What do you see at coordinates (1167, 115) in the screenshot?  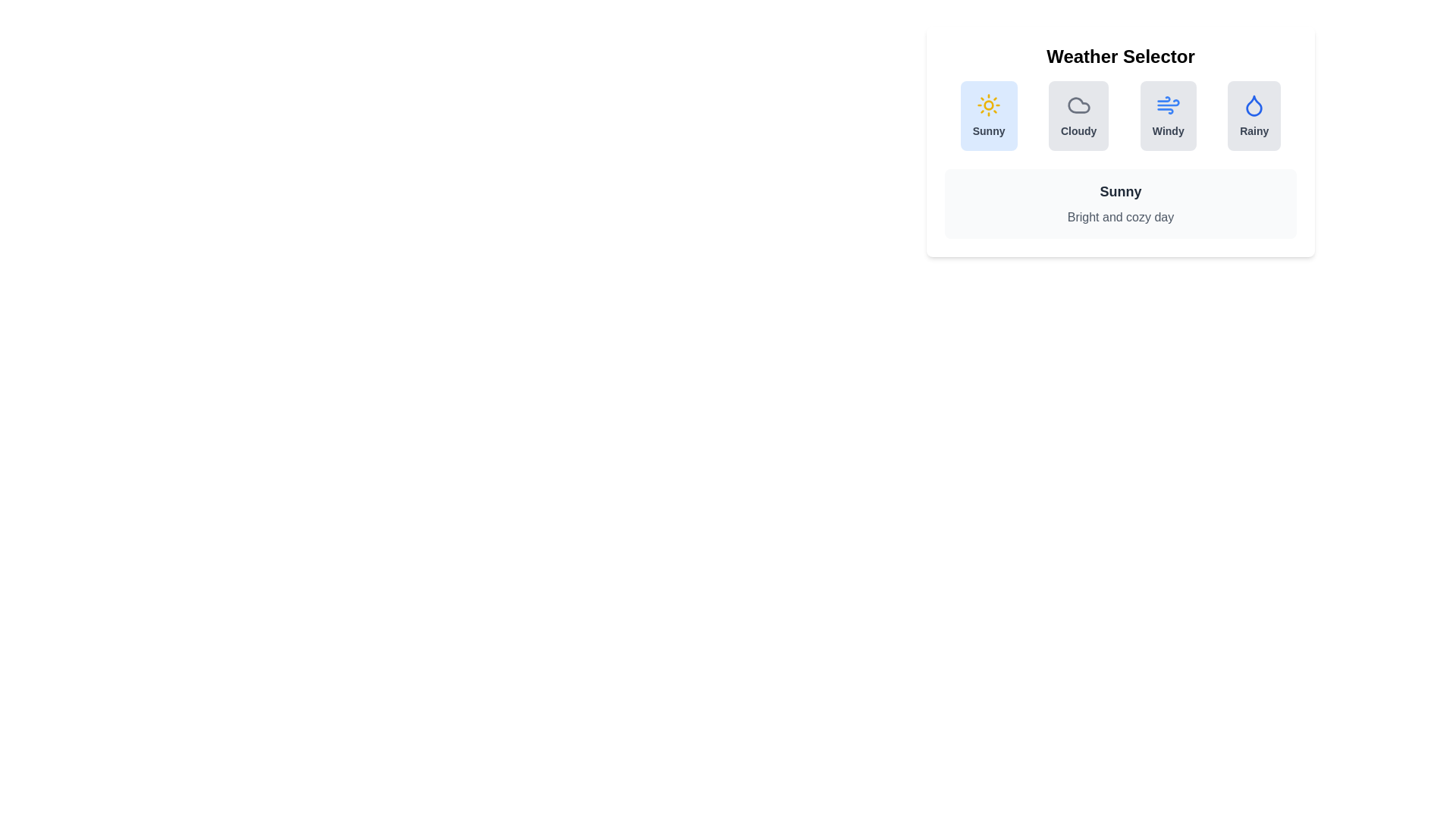 I see `the 'Windy' weather option button located at the top center of the menu, positioned third among four options` at bounding box center [1167, 115].